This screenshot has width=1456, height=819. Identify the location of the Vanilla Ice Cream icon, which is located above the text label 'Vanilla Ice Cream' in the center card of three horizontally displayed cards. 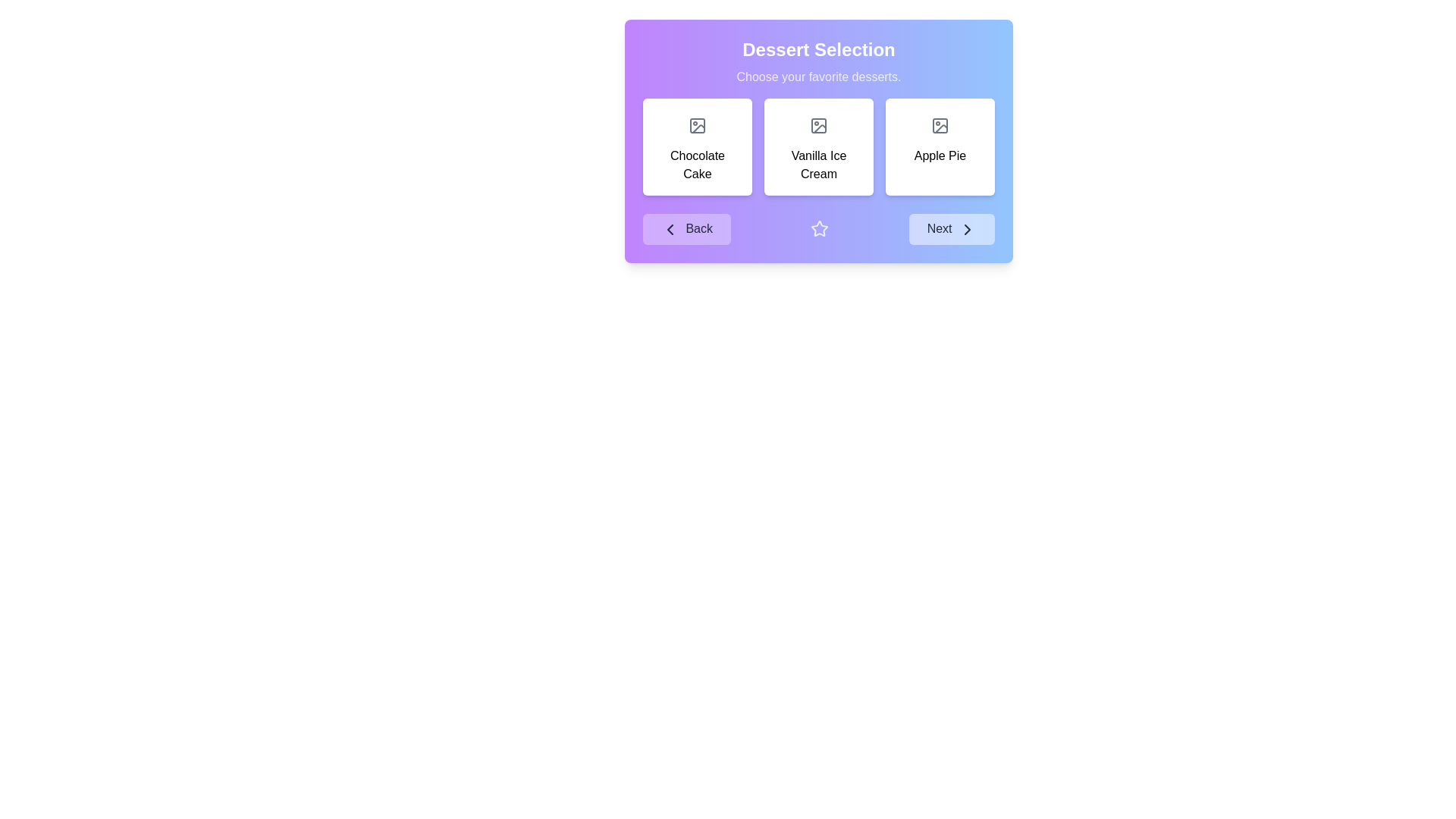
(818, 124).